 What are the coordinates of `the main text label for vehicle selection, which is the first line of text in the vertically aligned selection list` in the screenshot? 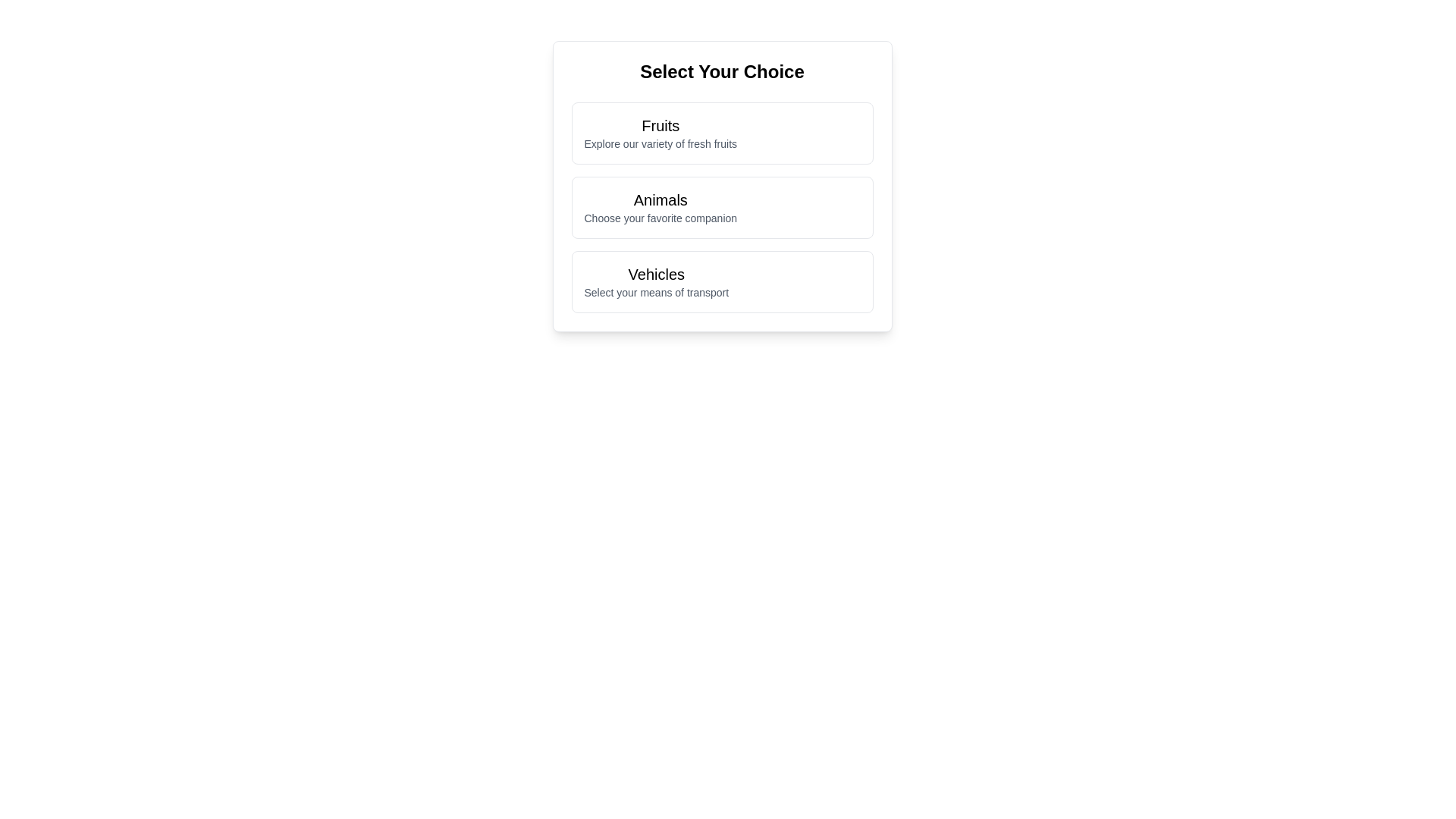 It's located at (656, 275).